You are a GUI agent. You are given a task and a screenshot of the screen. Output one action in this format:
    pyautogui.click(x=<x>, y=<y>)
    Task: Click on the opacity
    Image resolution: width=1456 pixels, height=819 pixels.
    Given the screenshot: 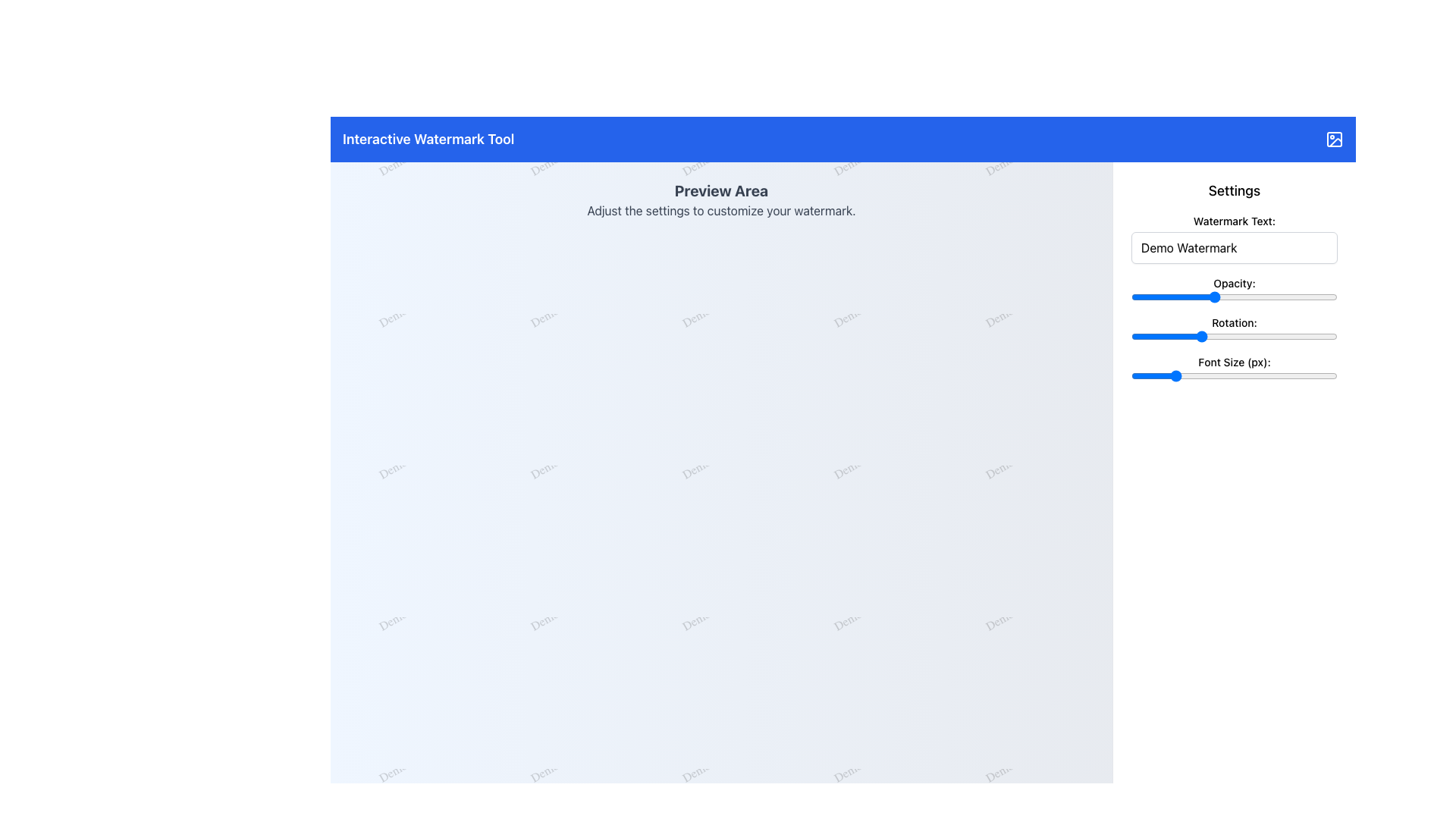 What is the action you would take?
    pyautogui.click(x=1131, y=297)
    